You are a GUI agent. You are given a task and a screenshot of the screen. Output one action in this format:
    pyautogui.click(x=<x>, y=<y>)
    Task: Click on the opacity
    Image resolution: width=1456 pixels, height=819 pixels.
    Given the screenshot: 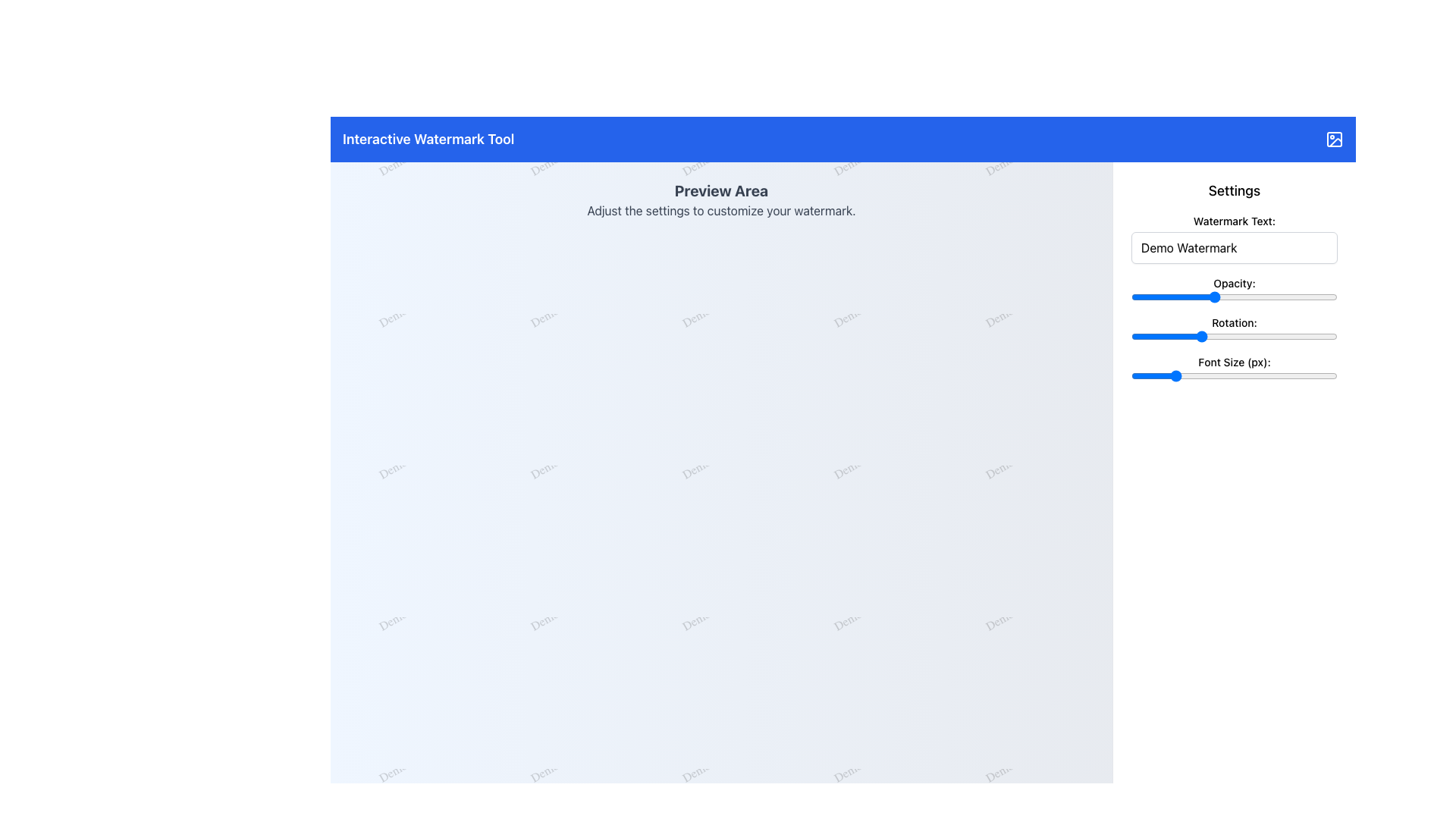 What is the action you would take?
    pyautogui.click(x=1131, y=297)
    